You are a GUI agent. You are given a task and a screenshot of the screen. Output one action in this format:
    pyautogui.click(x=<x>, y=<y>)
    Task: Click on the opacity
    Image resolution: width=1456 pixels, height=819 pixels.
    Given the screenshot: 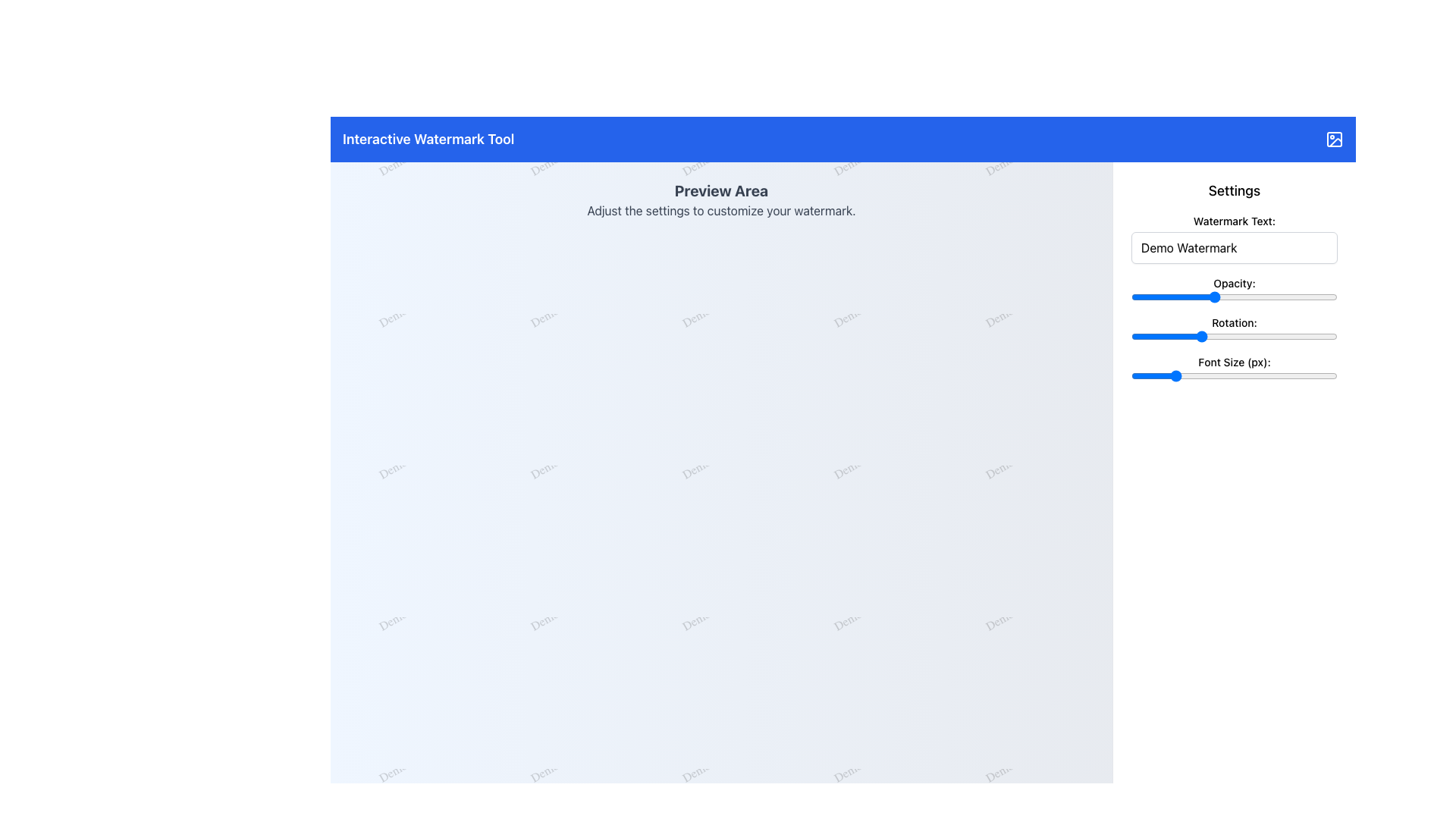 What is the action you would take?
    pyautogui.click(x=1131, y=297)
    